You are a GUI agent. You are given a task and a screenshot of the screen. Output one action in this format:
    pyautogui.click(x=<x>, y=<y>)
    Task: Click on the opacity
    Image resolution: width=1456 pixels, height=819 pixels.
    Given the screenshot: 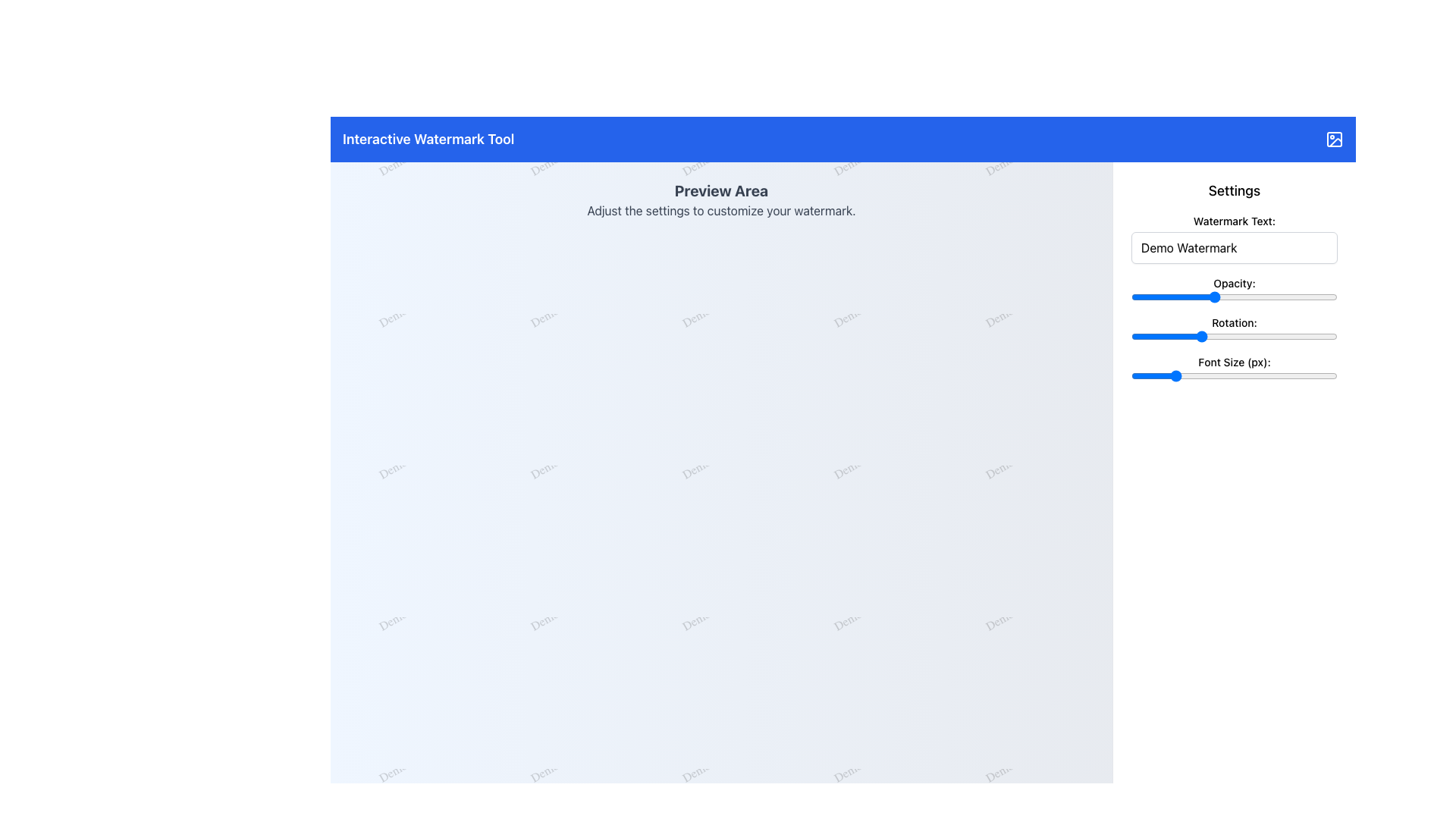 What is the action you would take?
    pyautogui.click(x=1131, y=297)
    